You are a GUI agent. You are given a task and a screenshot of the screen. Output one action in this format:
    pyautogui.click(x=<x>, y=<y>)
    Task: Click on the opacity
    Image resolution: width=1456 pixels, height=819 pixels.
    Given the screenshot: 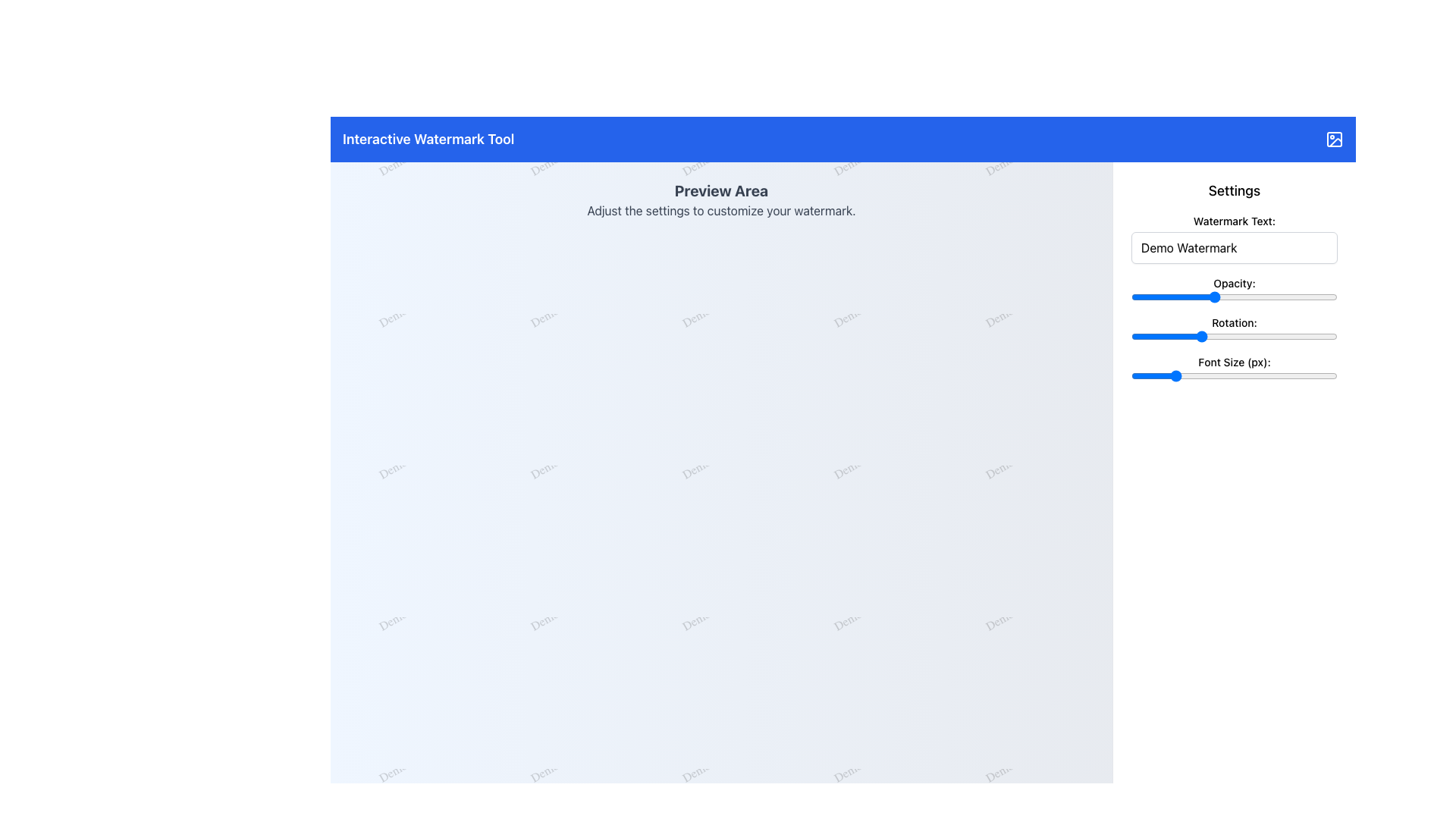 What is the action you would take?
    pyautogui.click(x=1131, y=297)
    